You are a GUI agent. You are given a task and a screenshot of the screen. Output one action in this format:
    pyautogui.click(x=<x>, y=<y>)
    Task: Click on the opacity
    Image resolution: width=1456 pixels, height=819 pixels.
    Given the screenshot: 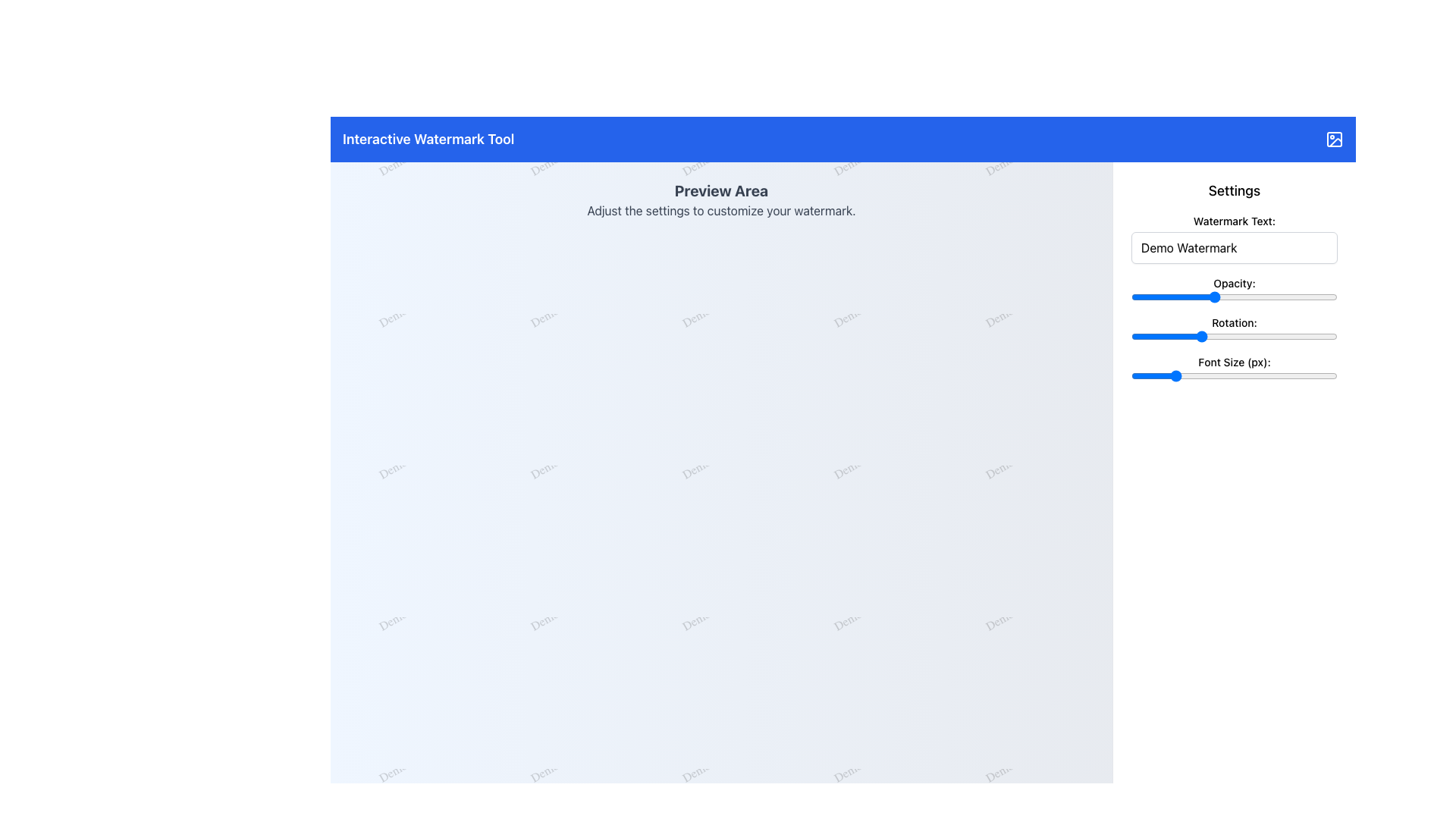 What is the action you would take?
    pyautogui.click(x=1131, y=297)
    